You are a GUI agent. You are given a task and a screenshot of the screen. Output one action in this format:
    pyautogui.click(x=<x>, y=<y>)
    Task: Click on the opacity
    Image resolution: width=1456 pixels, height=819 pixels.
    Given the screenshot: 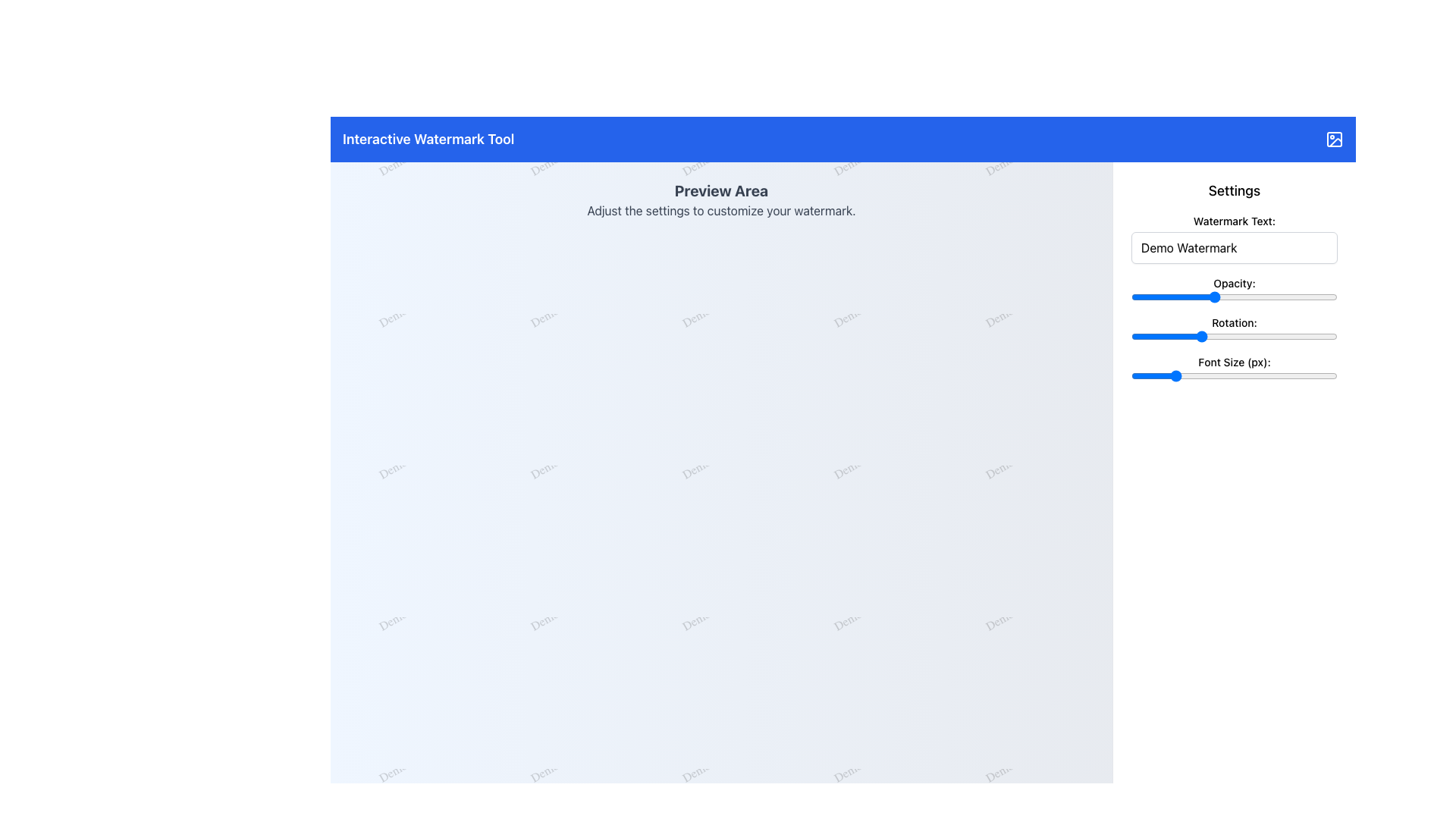 What is the action you would take?
    pyautogui.click(x=1131, y=297)
    